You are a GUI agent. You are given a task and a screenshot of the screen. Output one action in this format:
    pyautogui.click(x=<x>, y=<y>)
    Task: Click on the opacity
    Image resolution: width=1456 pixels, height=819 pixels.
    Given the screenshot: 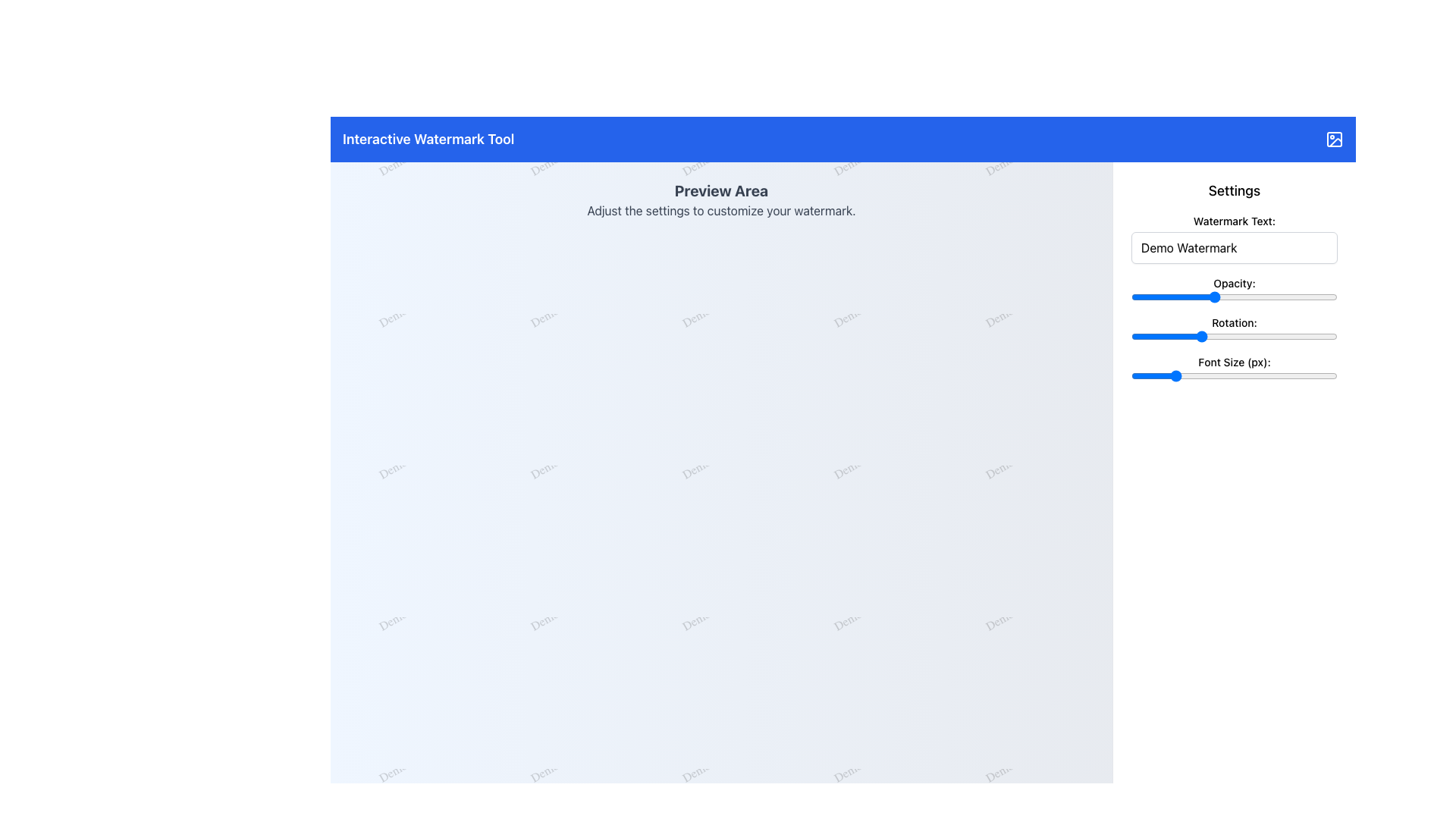 What is the action you would take?
    pyautogui.click(x=1131, y=297)
    